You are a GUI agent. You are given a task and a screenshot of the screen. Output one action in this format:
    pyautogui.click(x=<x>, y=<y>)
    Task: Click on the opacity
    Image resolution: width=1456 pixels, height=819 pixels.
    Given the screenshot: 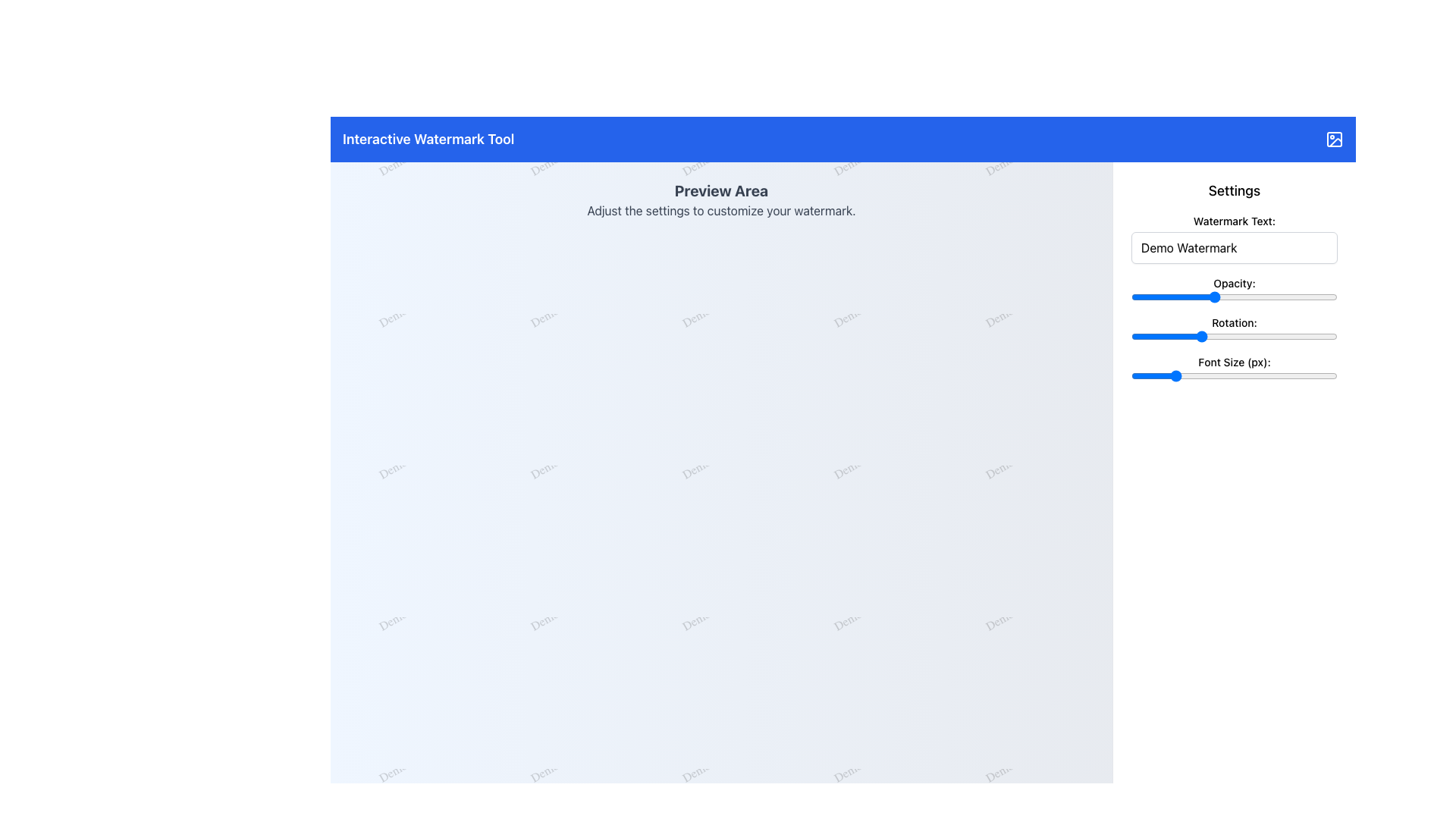 What is the action you would take?
    pyautogui.click(x=1131, y=297)
    